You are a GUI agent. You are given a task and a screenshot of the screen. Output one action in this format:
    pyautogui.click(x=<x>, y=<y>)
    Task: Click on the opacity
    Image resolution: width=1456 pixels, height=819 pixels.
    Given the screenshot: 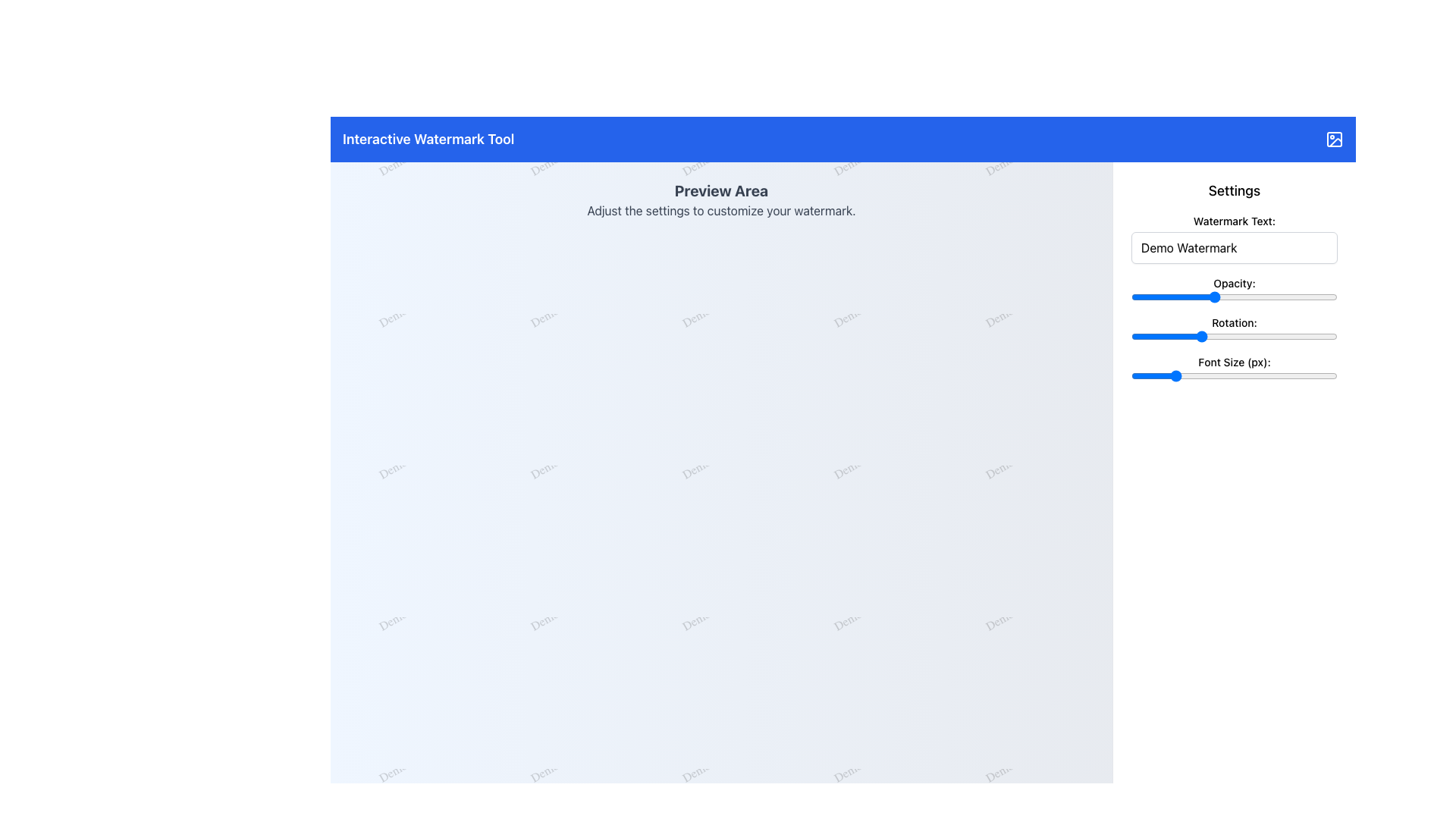 What is the action you would take?
    pyautogui.click(x=1131, y=297)
    